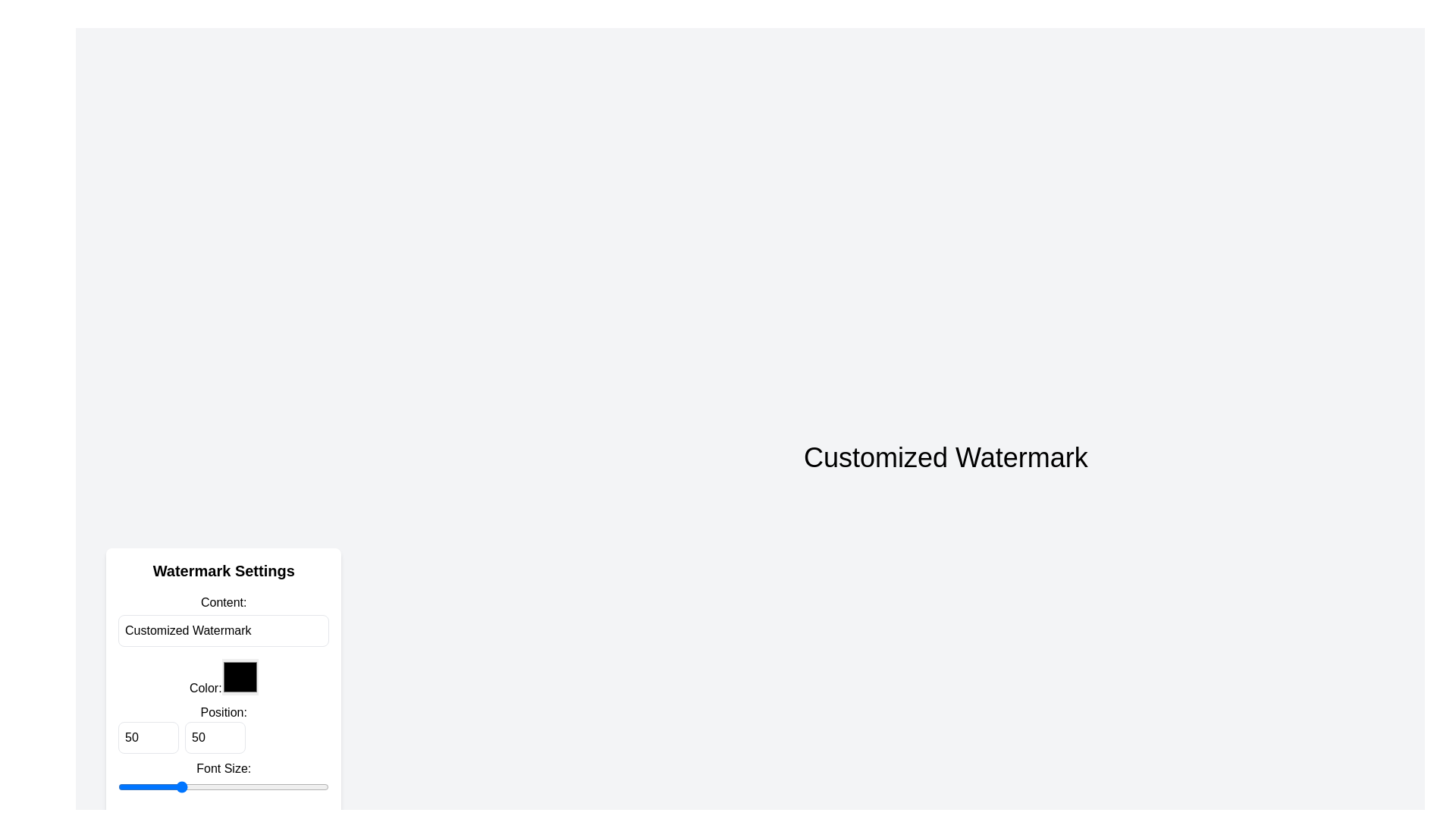  I want to click on the text input box located beneath the label 'Content:' in the 'Watermark Settings' panel, so click(223, 631).